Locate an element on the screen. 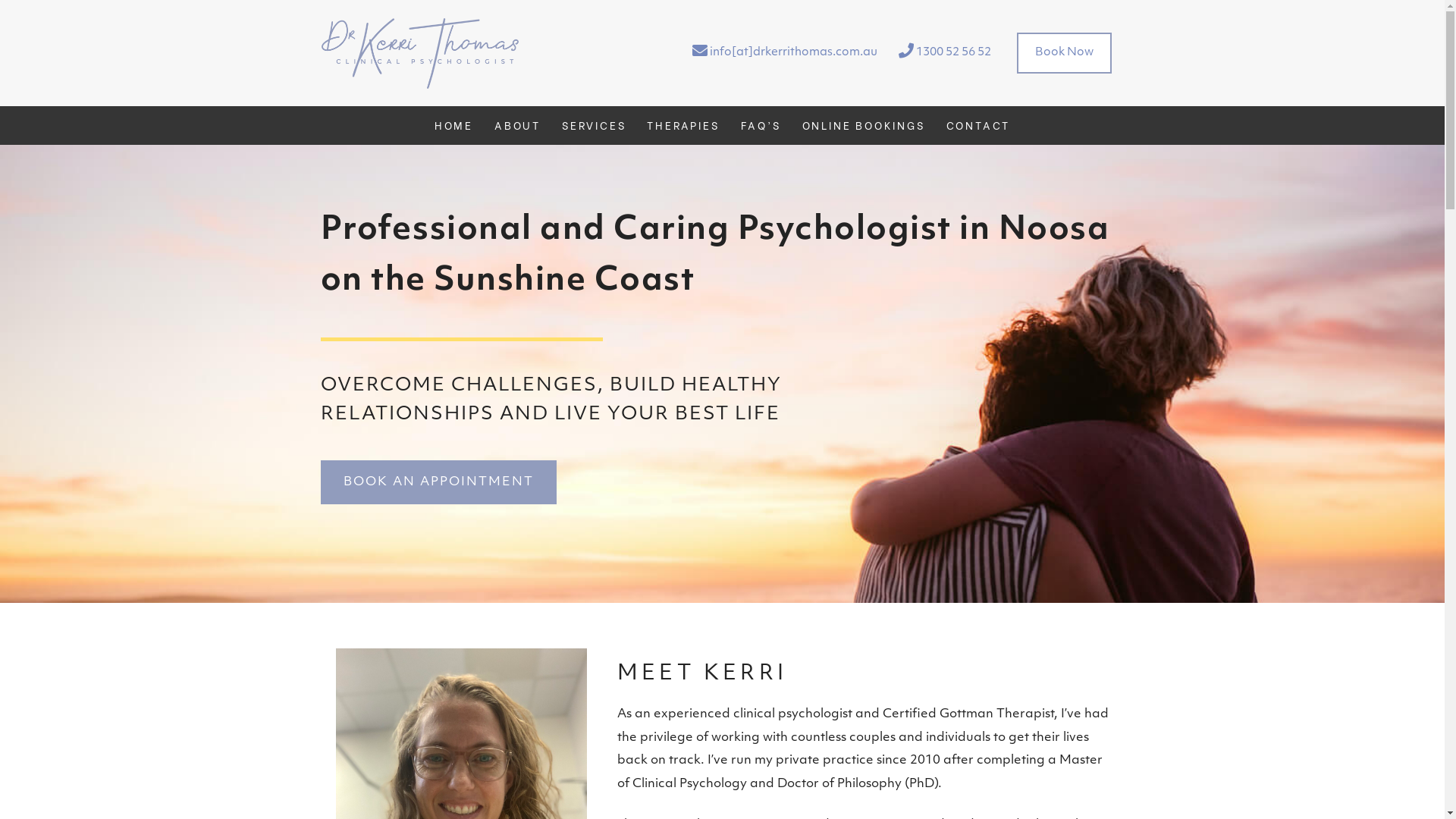 This screenshot has width=1456, height=819. 'ABOUT' is located at coordinates (517, 124).